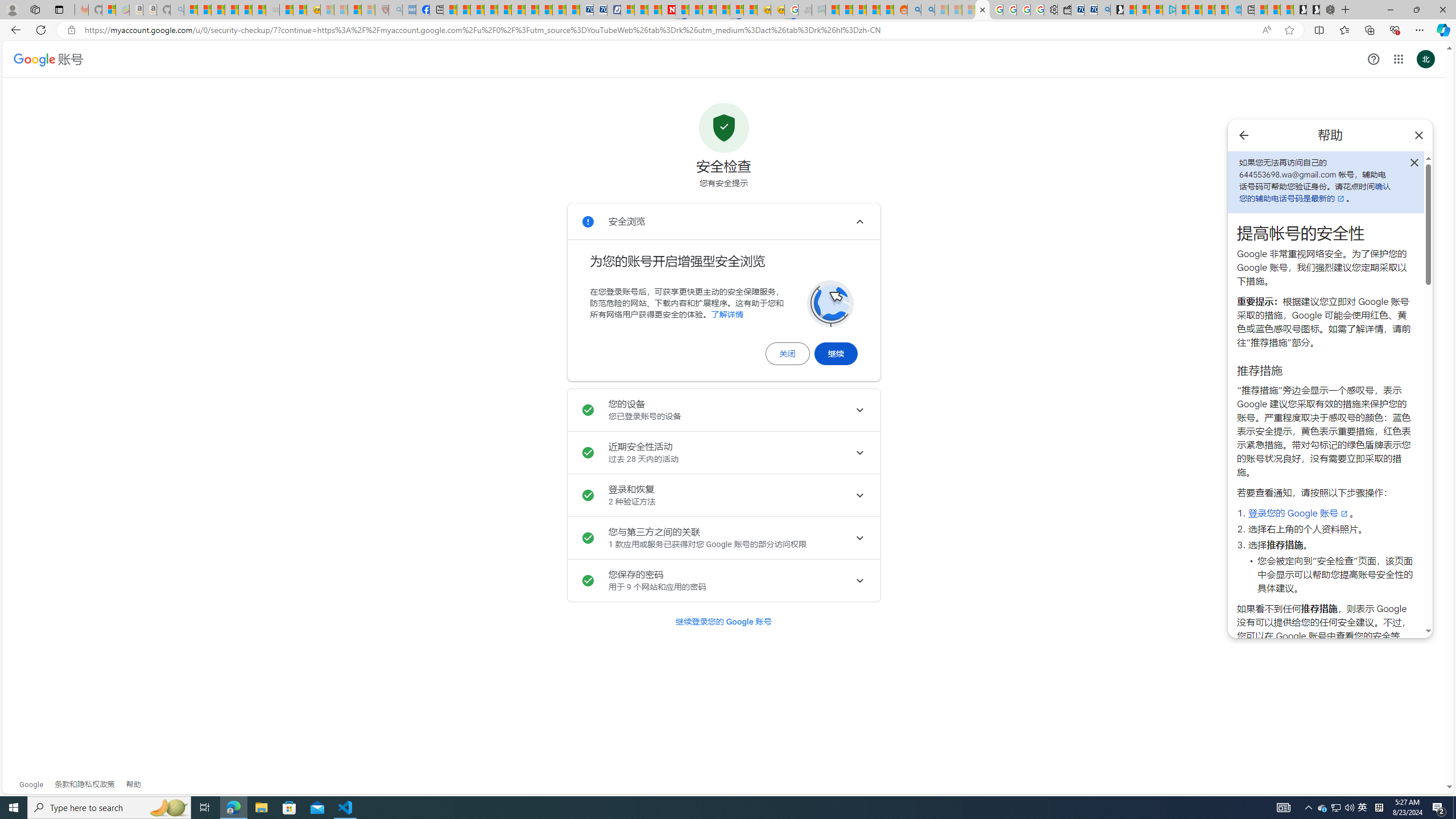  Describe the element at coordinates (218, 9) in the screenshot. I see `'The Weather Channel - MSN'` at that location.